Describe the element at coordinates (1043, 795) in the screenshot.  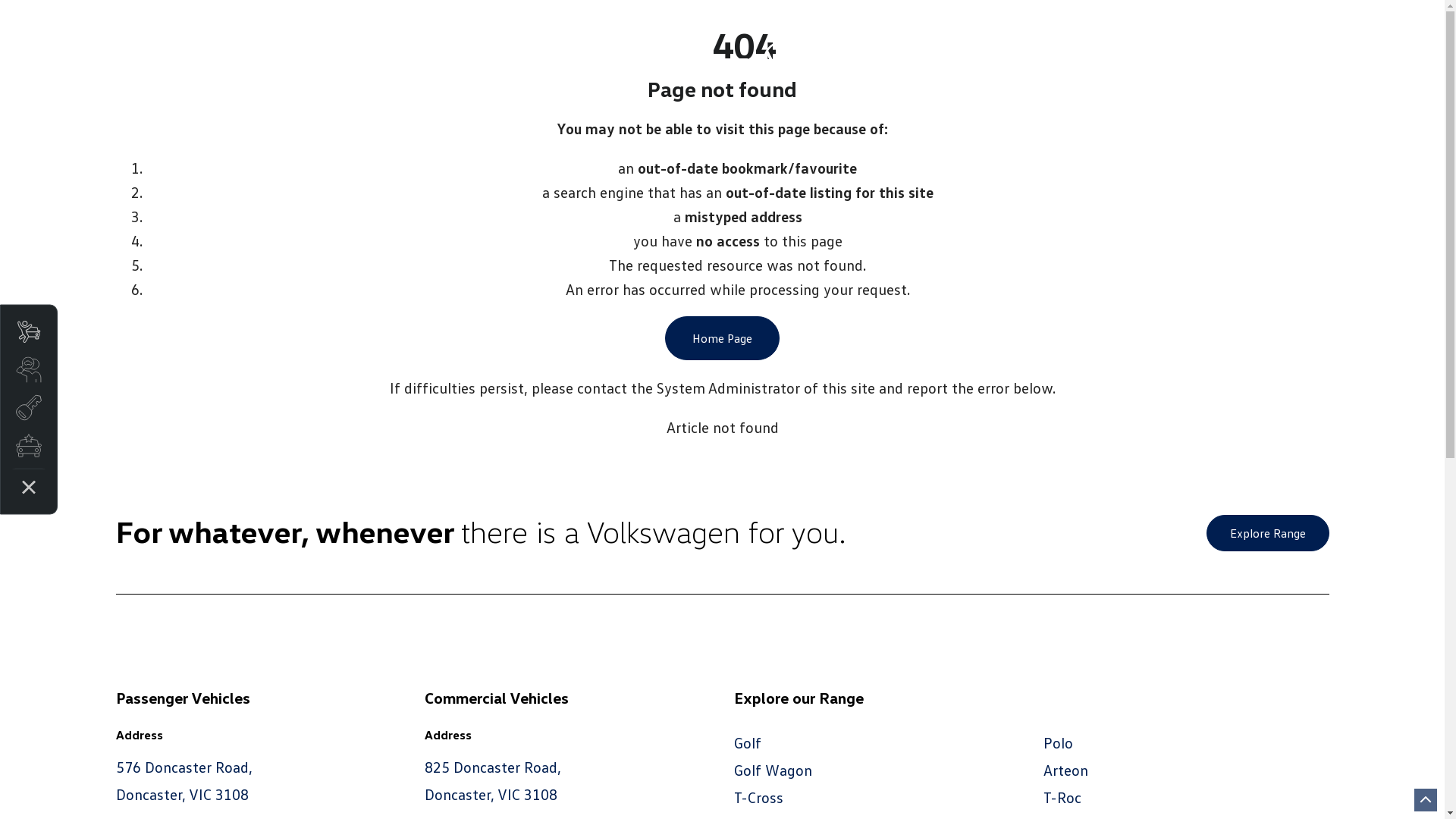
I see `'T-Roc'` at that location.